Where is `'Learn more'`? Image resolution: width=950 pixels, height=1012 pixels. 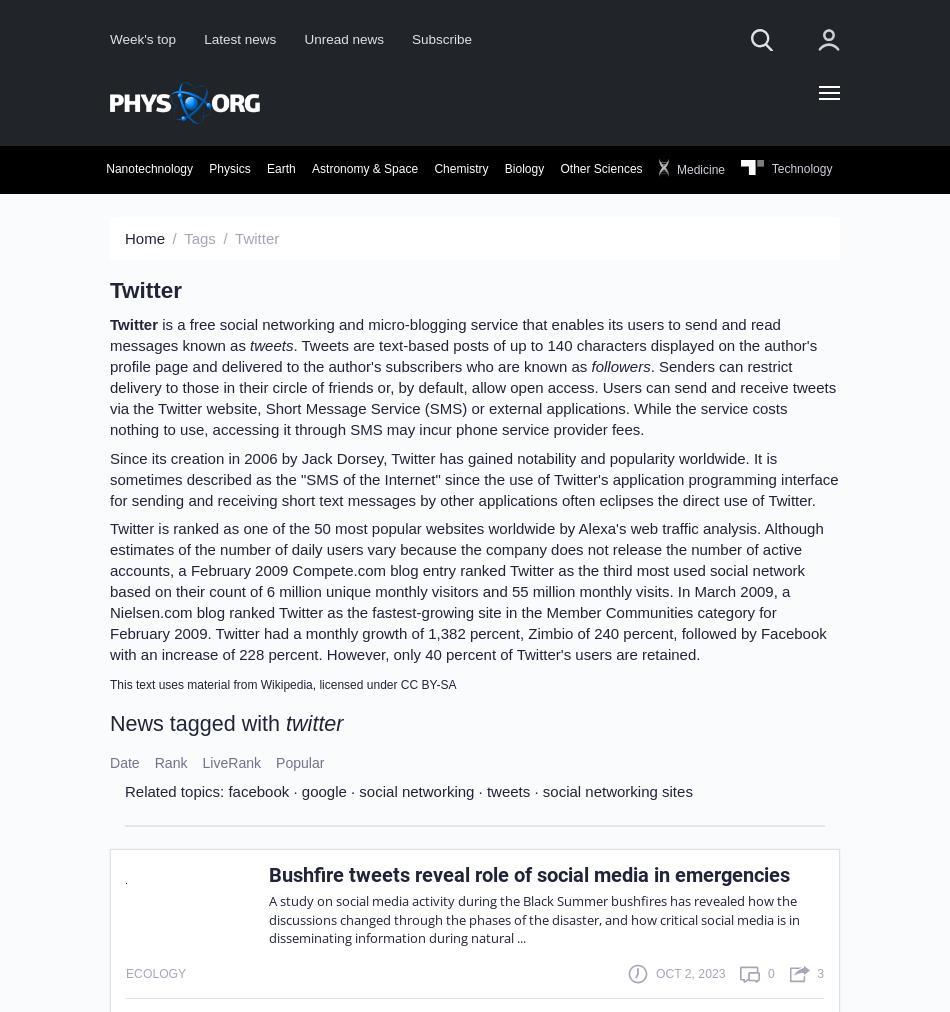
'Learn more' is located at coordinates (573, 448).